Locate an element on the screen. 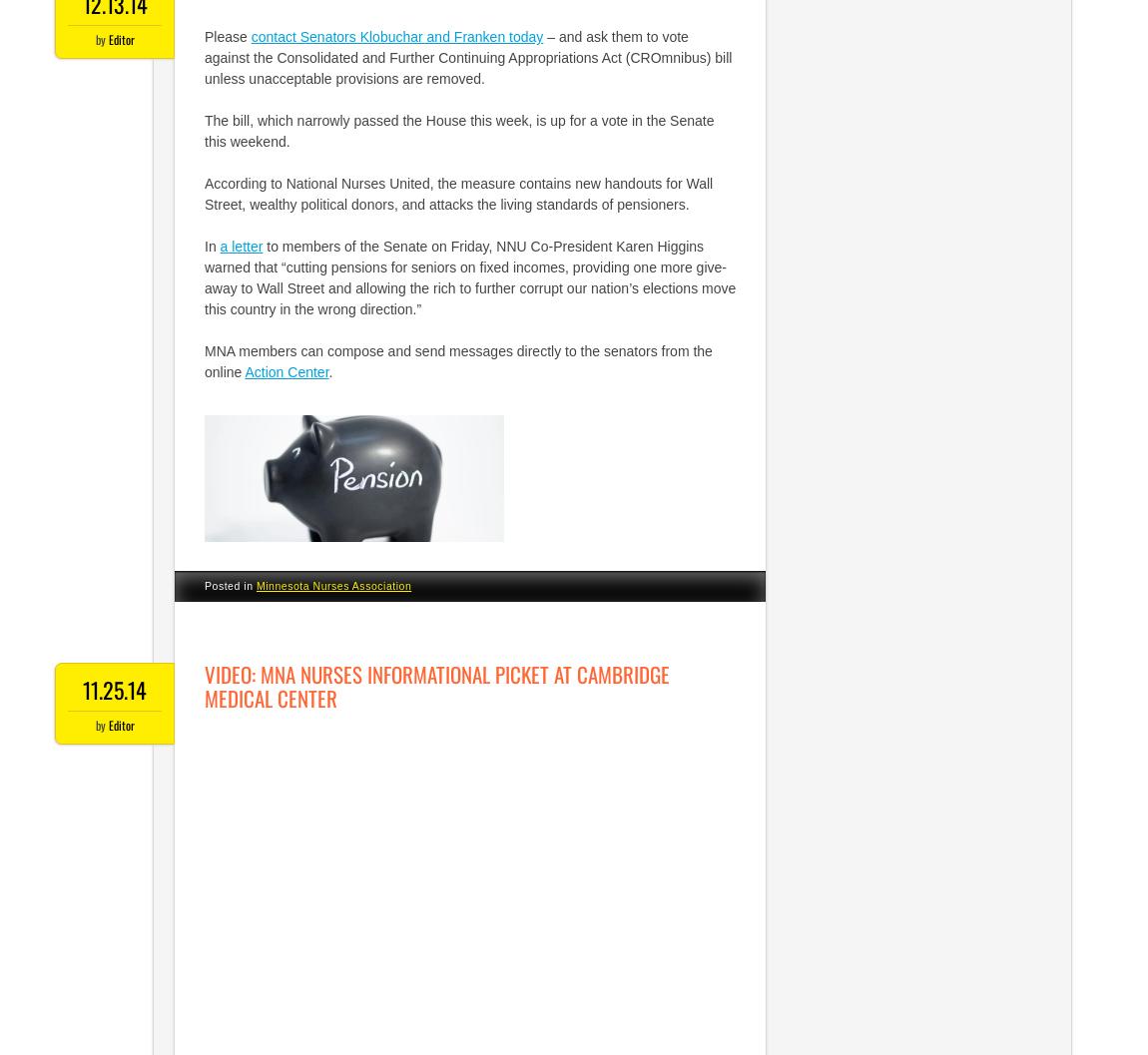  'MNA members can compose and send messages directly to the senators from the online' is located at coordinates (457, 361).